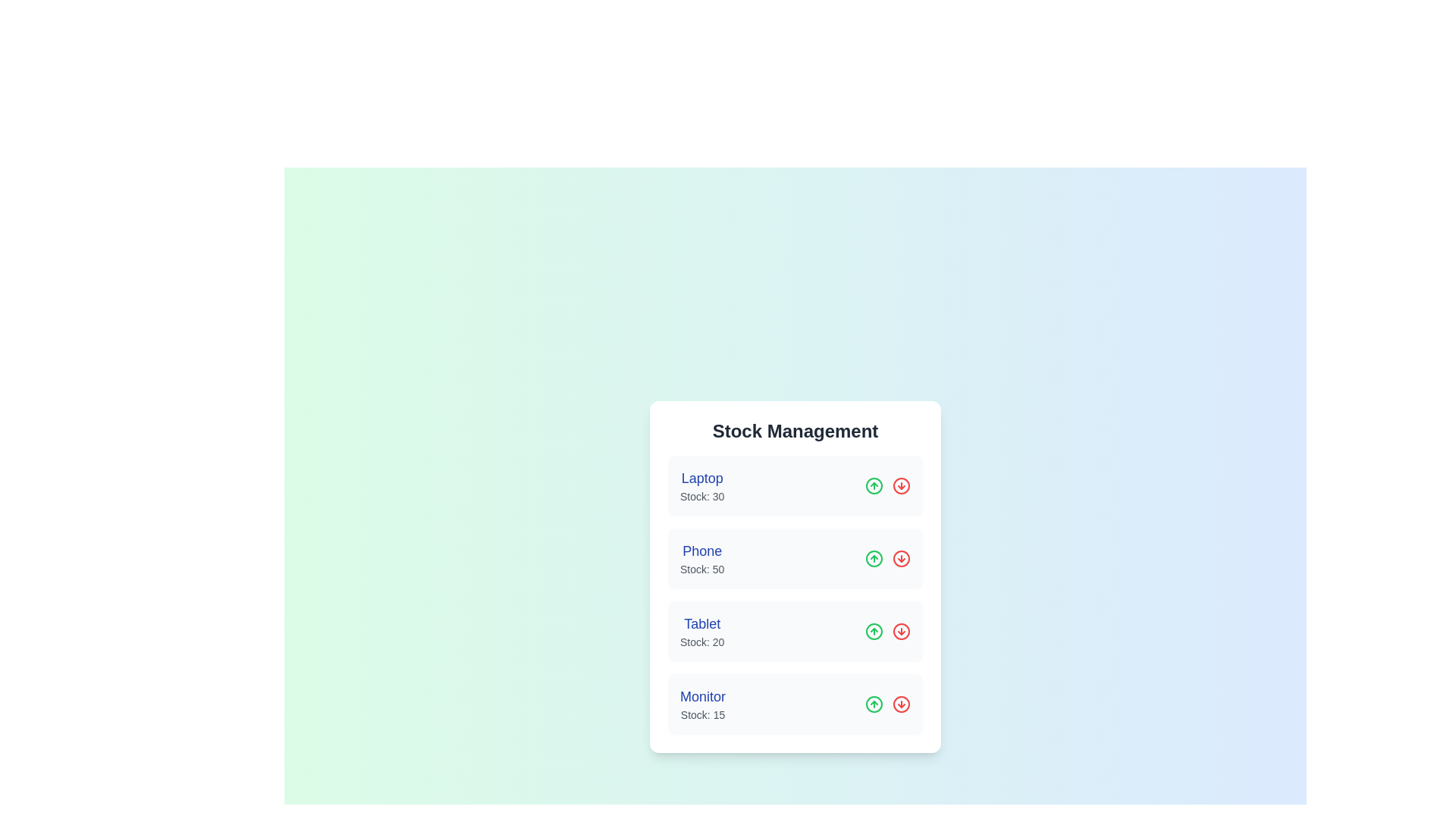  What do you see at coordinates (874, 704) in the screenshot?
I see `increment button for the product Monitor` at bounding box center [874, 704].